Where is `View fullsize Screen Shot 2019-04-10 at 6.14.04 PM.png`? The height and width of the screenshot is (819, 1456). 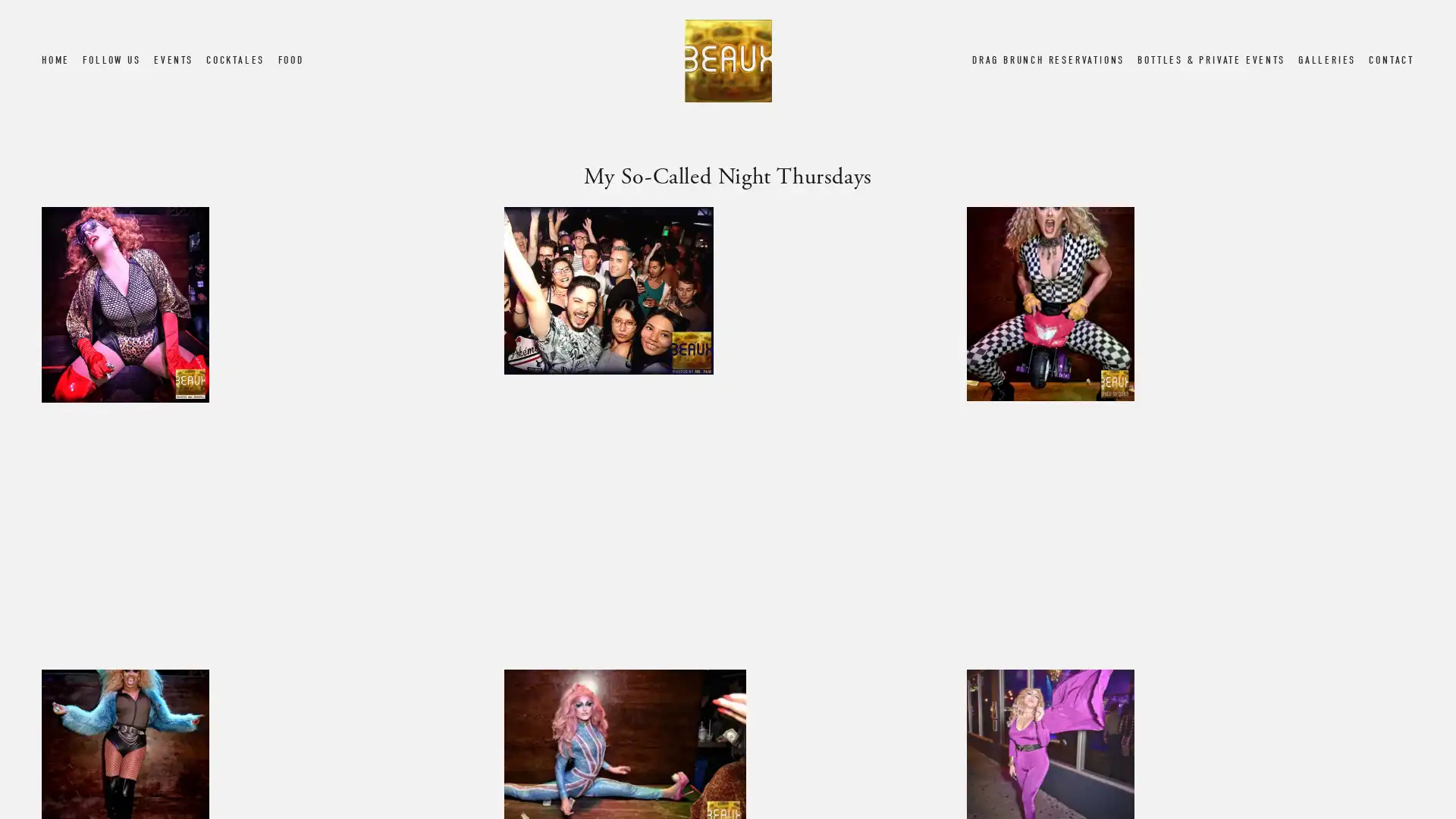 View fullsize Screen Shot 2019-04-10 at 6.14.04 PM.png is located at coordinates (1189, 430).